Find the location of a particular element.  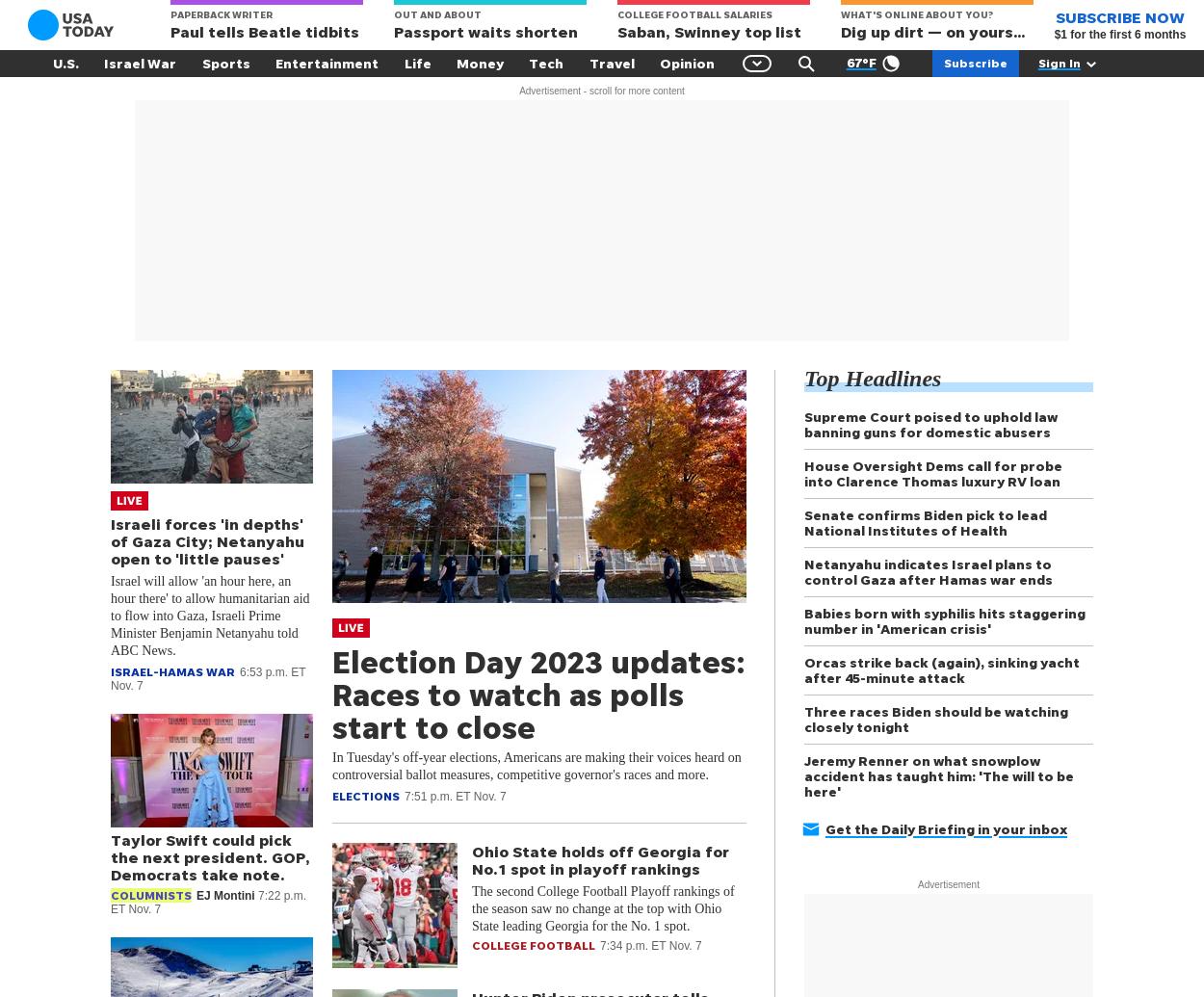

'Sports' is located at coordinates (224, 63).